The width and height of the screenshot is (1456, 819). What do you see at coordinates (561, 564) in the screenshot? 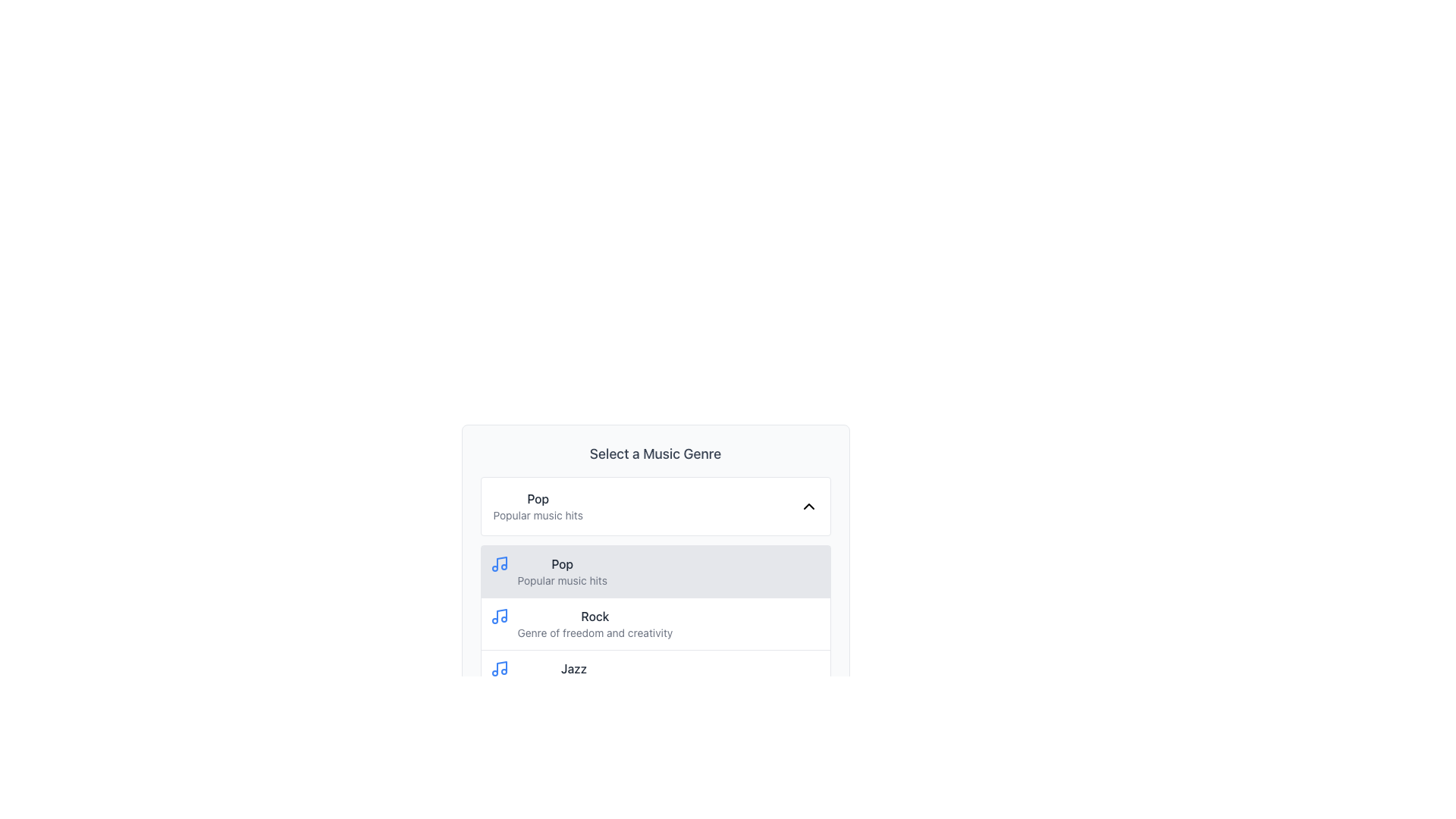
I see `text label 'Pop' which is styled in medium-weight font with dark gray color, located in a light gray background box, part of the genre selection list under the heading 'Select a Music Genre.'` at bounding box center [561, 564].